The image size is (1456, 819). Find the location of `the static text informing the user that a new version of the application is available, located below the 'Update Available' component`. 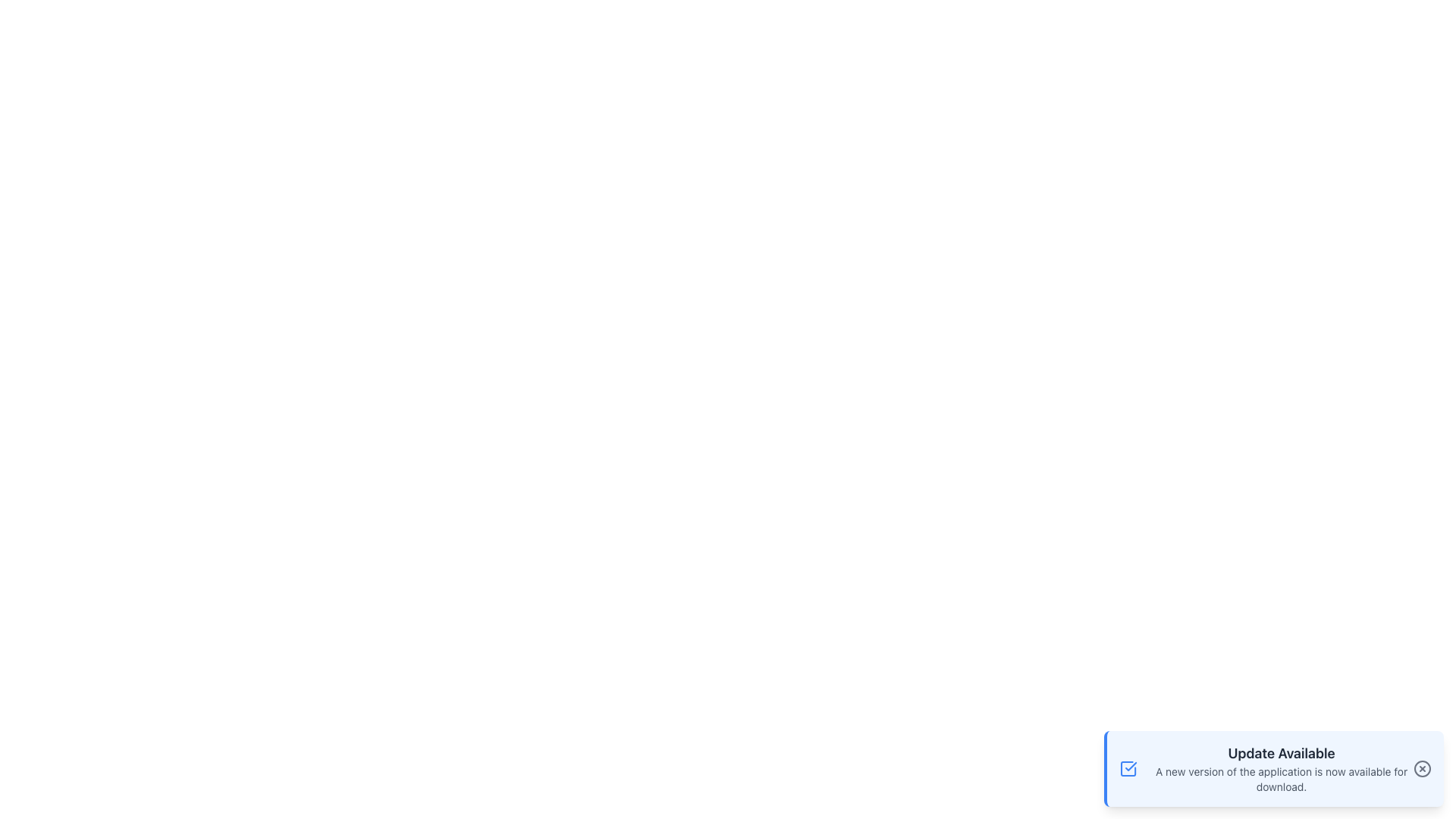

the static text informing the user that a new version of the application is available, located below the 'Update Available' component is located at coordinates (1281, 780).